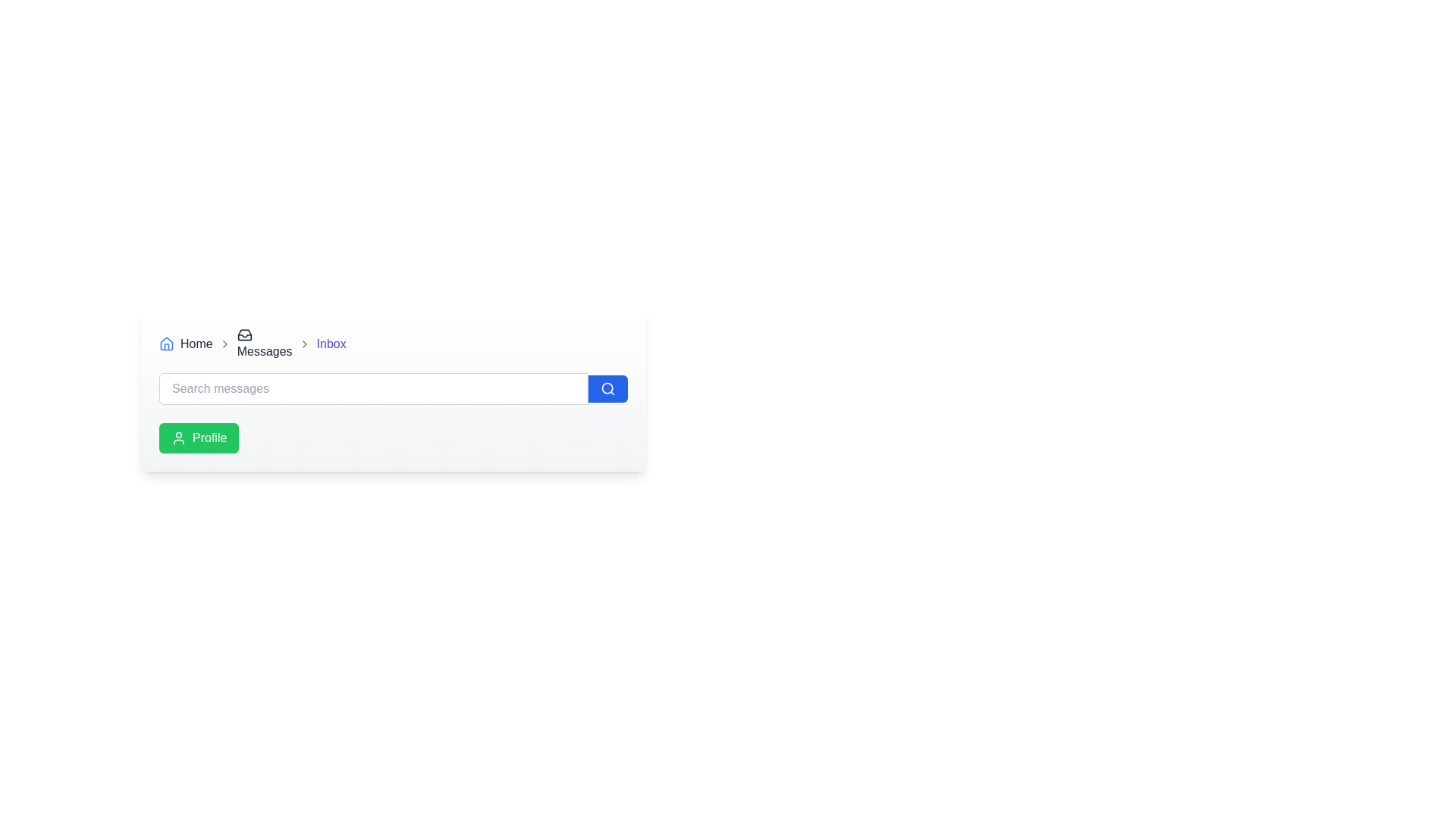 The height and width of the screenshot is (819, 1456). What do you see at coordinates (607, 388) in the screenshot?
I see `the blue circular button with a white magnifying glass icon located at the extreme right of the 'Search messages' input field` at bounding box center [607, 388].